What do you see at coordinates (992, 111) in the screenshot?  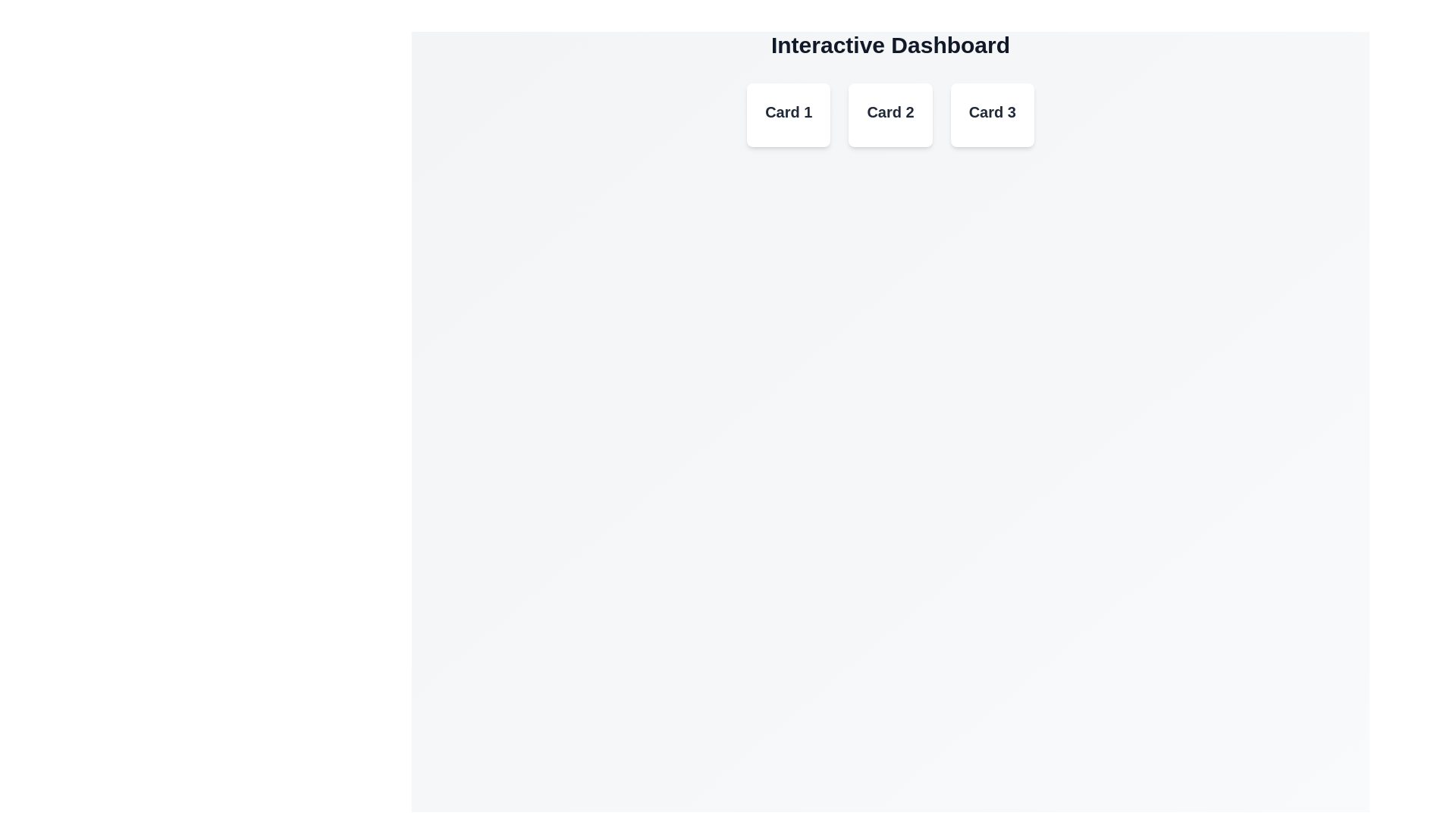 I see `the title text of the third card in the Interactive Dashboard, which serves to identify its content or purpose` at bounding box center [992, 111].